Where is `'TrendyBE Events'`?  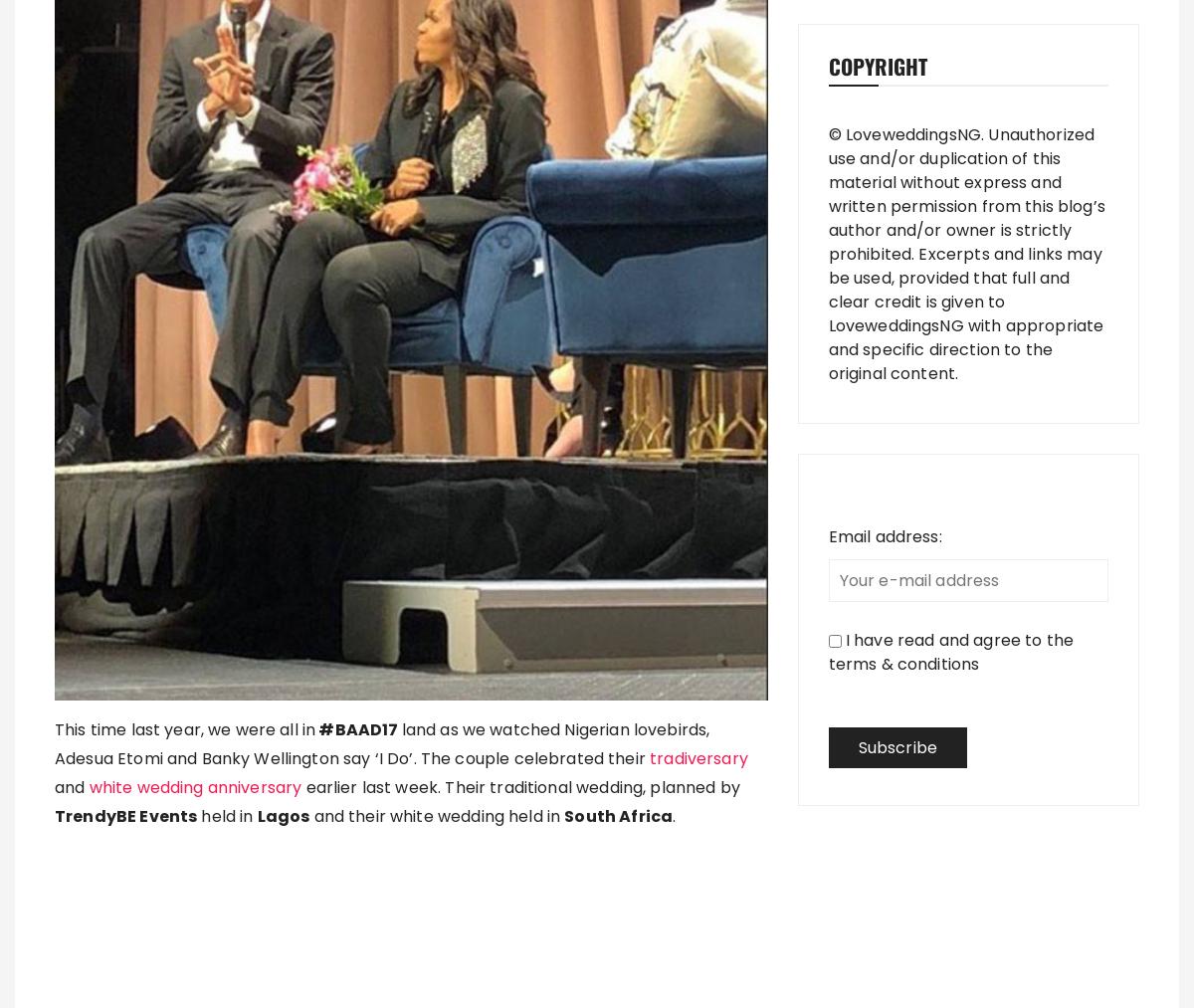
'TrendyBE Events' is located at coordinates (125, 814).